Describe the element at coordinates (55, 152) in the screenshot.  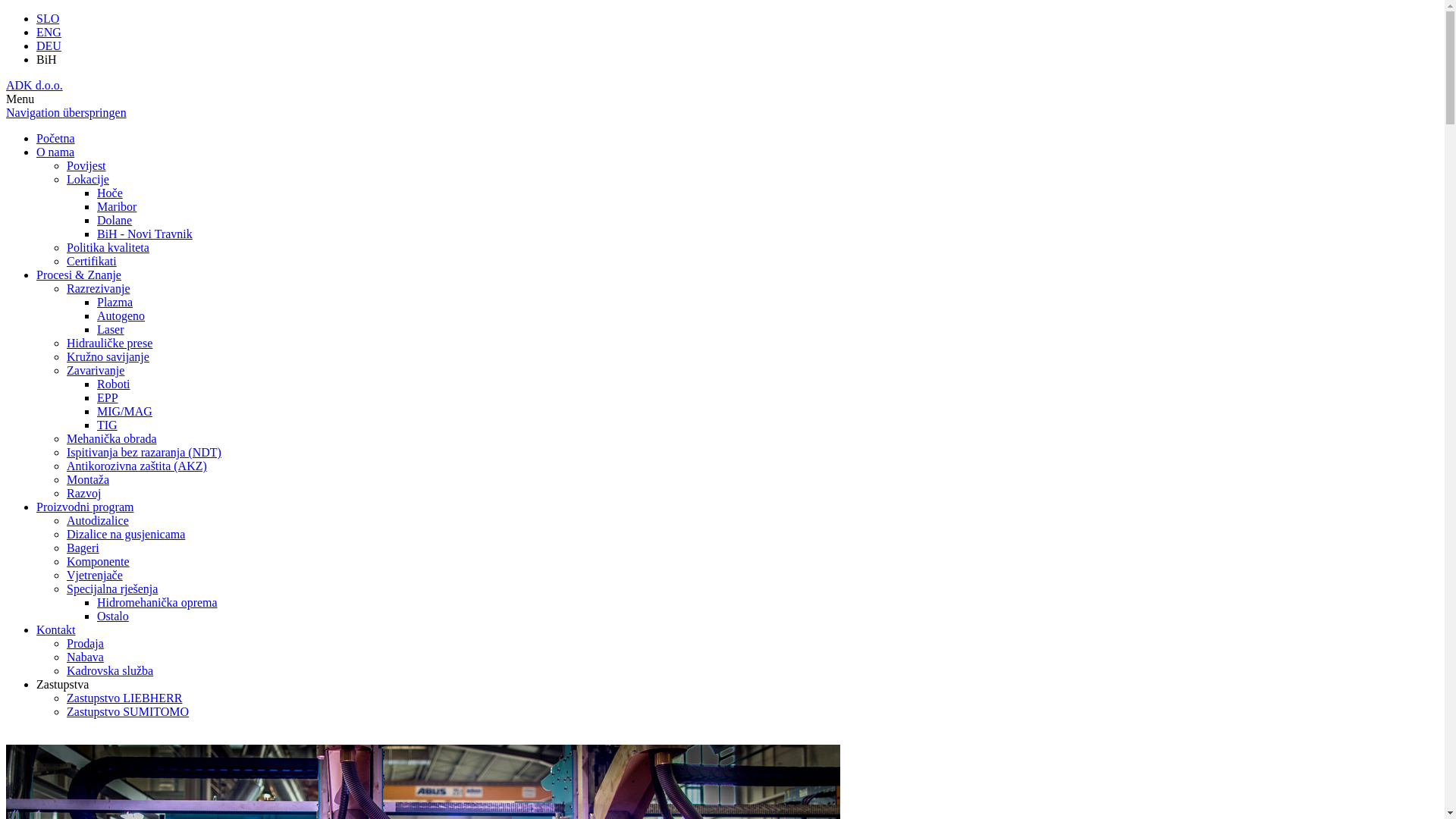
I see `'O nama'` at that location.